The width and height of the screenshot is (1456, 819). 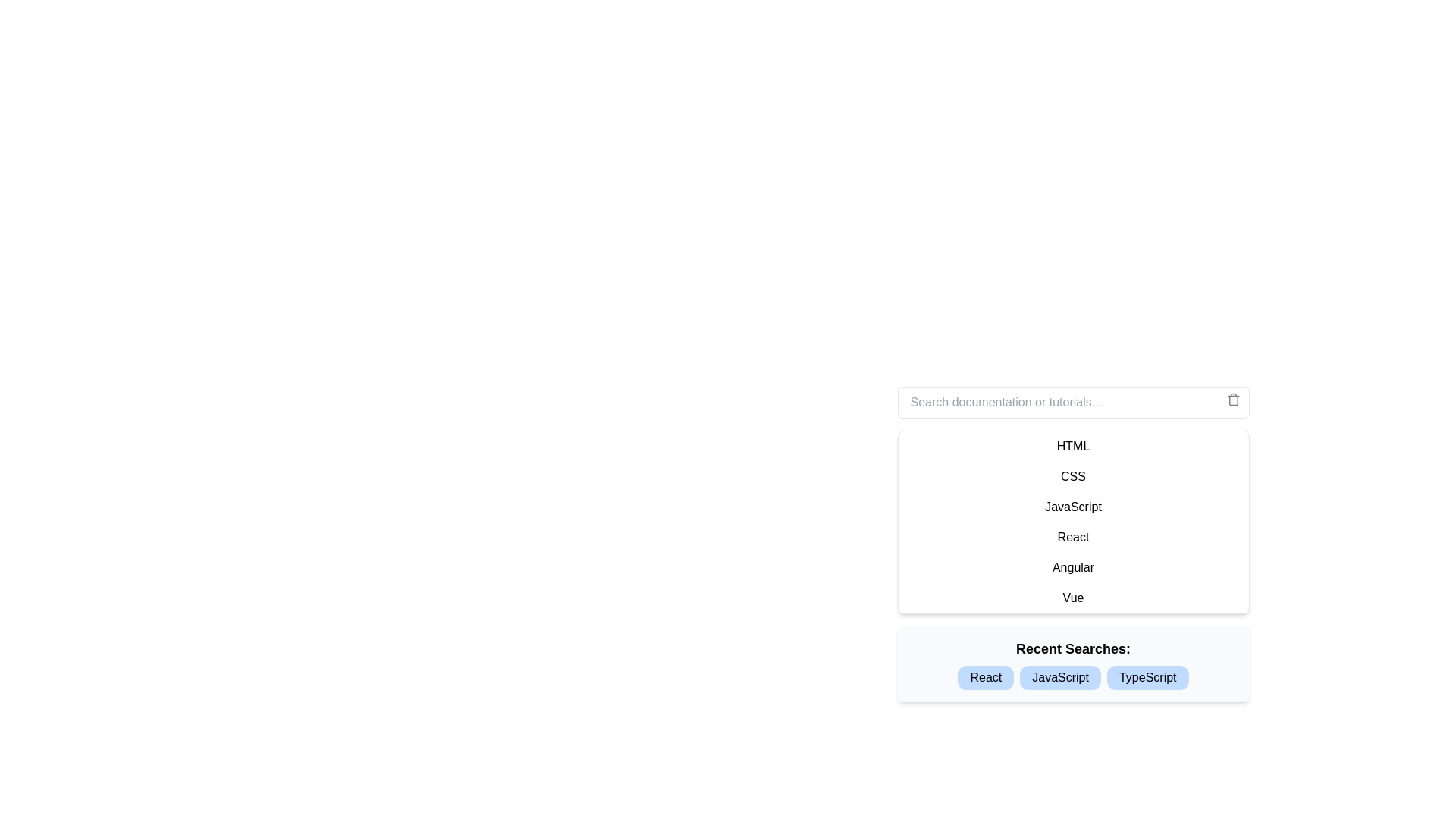 What do you see at coordinates (1072, 522) in the screenshot?
I see `the interactive list box containing programming language items (HTML, CSS, JavaScript, React, Angular, and Vue)` at bounding box center [1072, 522].